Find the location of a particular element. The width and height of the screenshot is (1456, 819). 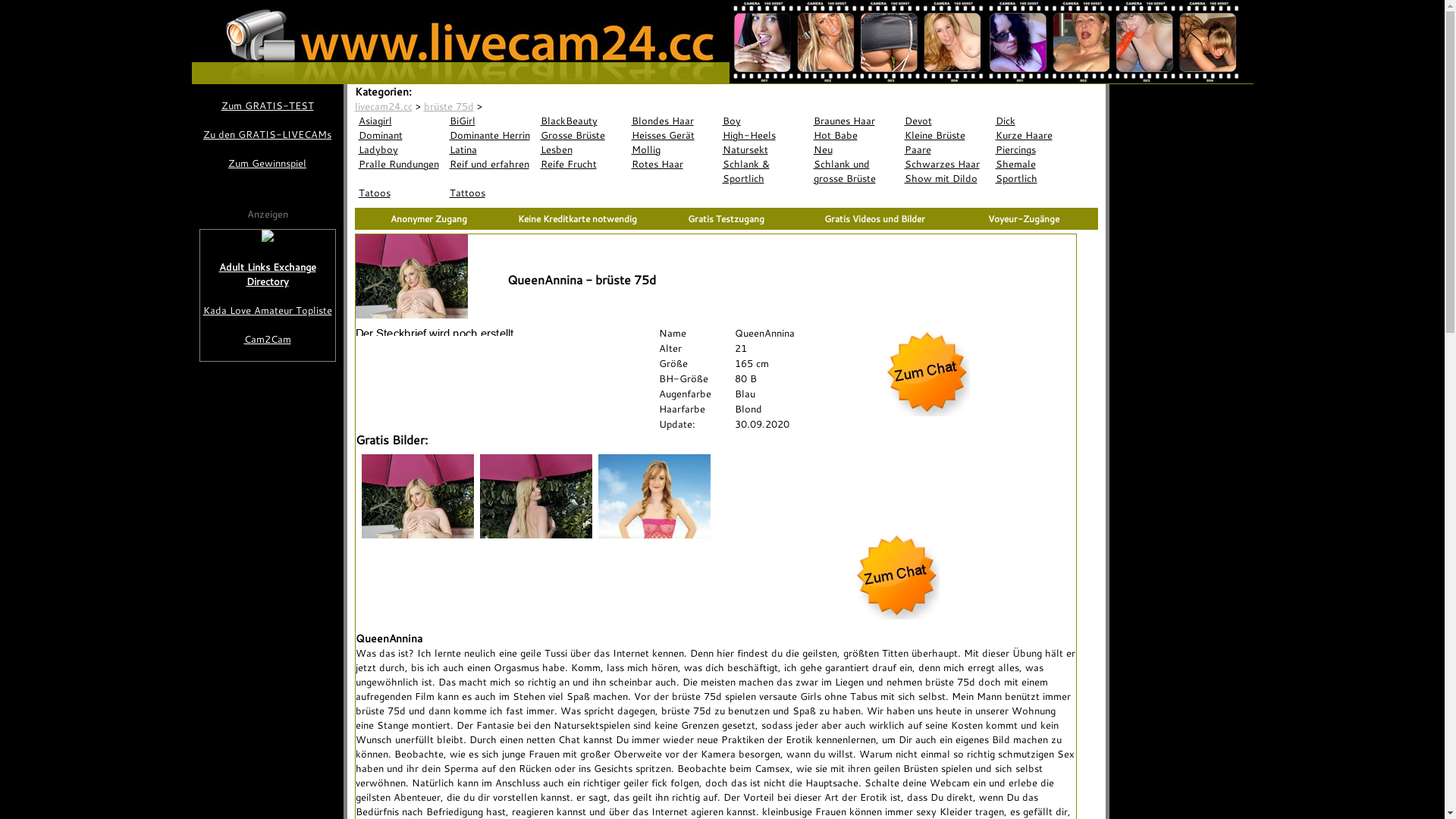

'Dominant' is located at coordinates (400, 134).